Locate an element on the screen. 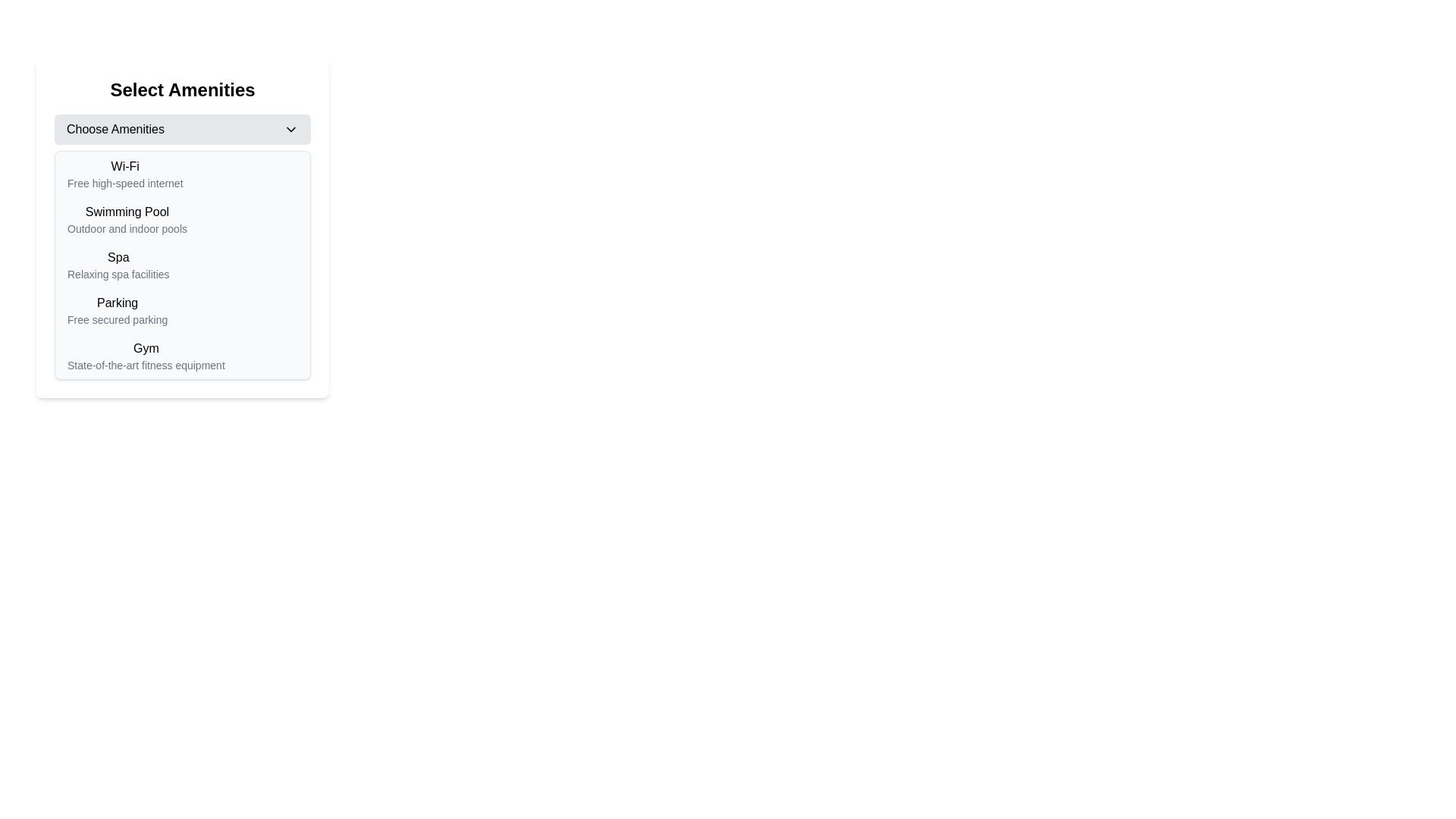 Image resolution: width=1456 pixels, height=819 pixels. the text element displaying 'Parking' in a medium-sized font, located within the amenities list of a modal dialog, positioned below 'Spa' and above 'Free secured parking' is located at coordinates (117, 303).